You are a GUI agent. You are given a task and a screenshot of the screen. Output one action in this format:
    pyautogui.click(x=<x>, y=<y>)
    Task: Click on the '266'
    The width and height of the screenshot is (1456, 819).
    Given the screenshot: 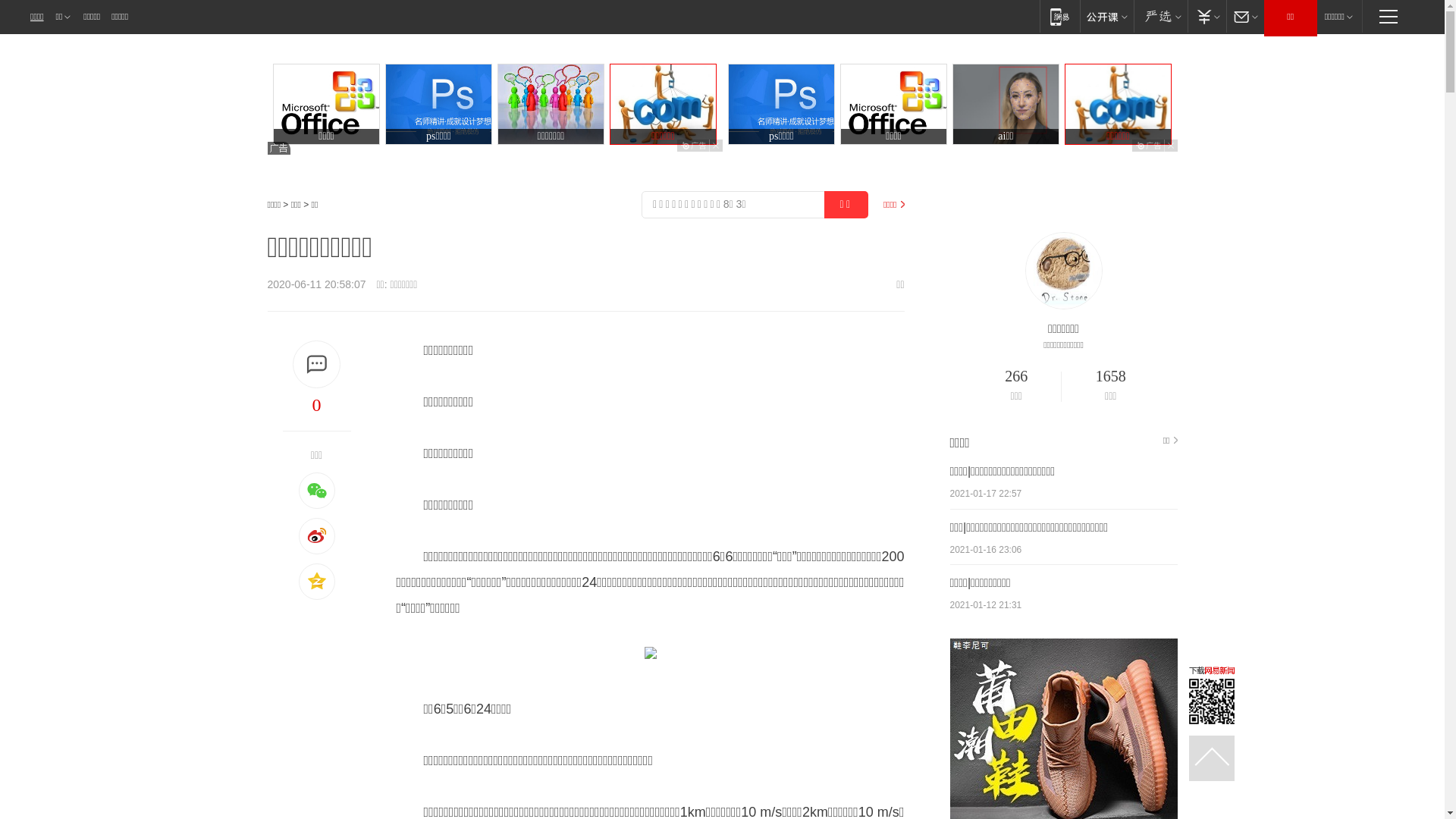 What is the action you would take?
    pyautogui.click(x=1015, y=376)
    